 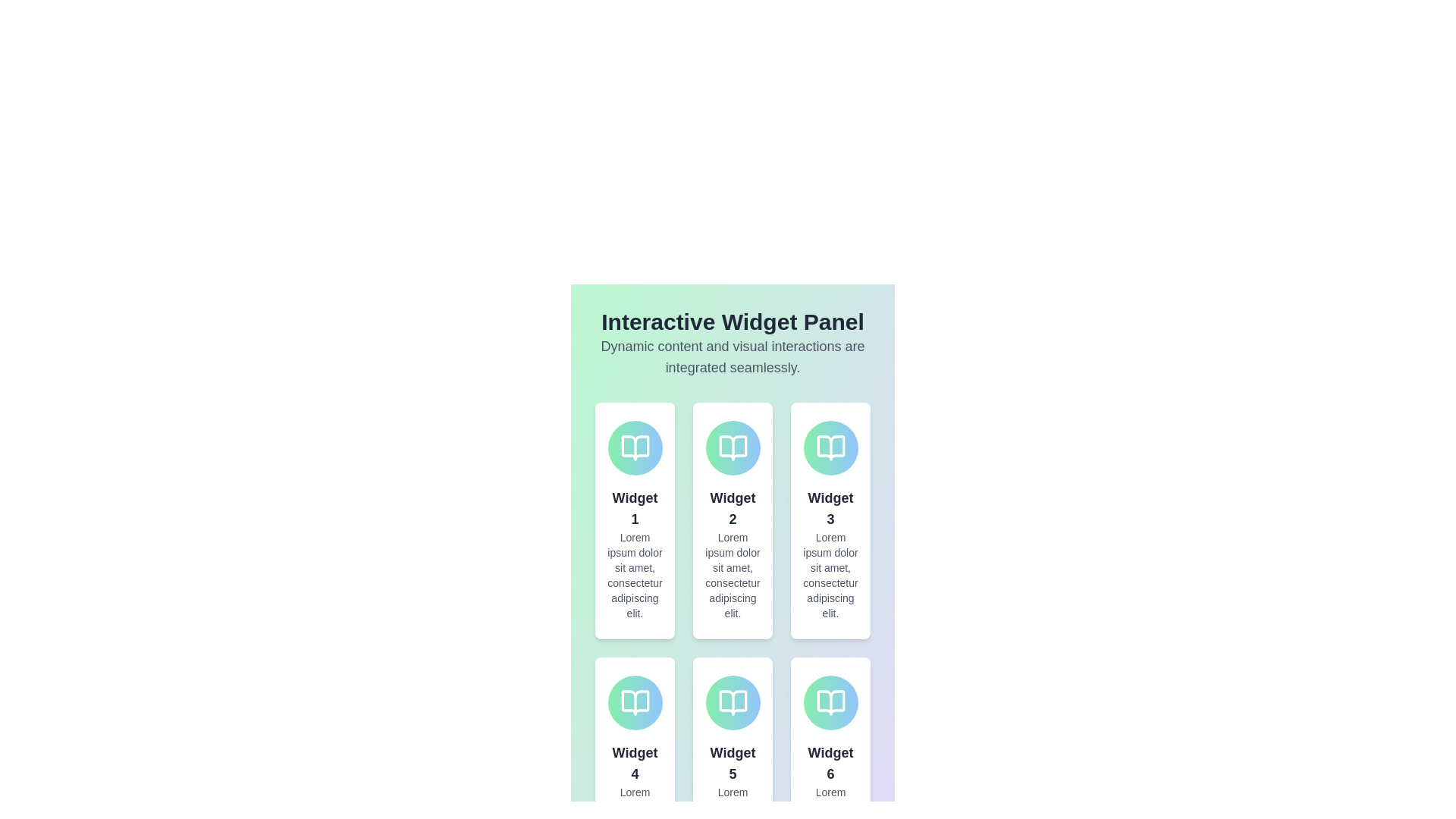 I want to click on the circular icon button with a gradient background transitioning from green to blue, featuring a white open book SVG icon, located in the top right quadrant of 'Widget 3', so click(x=830, y=447).